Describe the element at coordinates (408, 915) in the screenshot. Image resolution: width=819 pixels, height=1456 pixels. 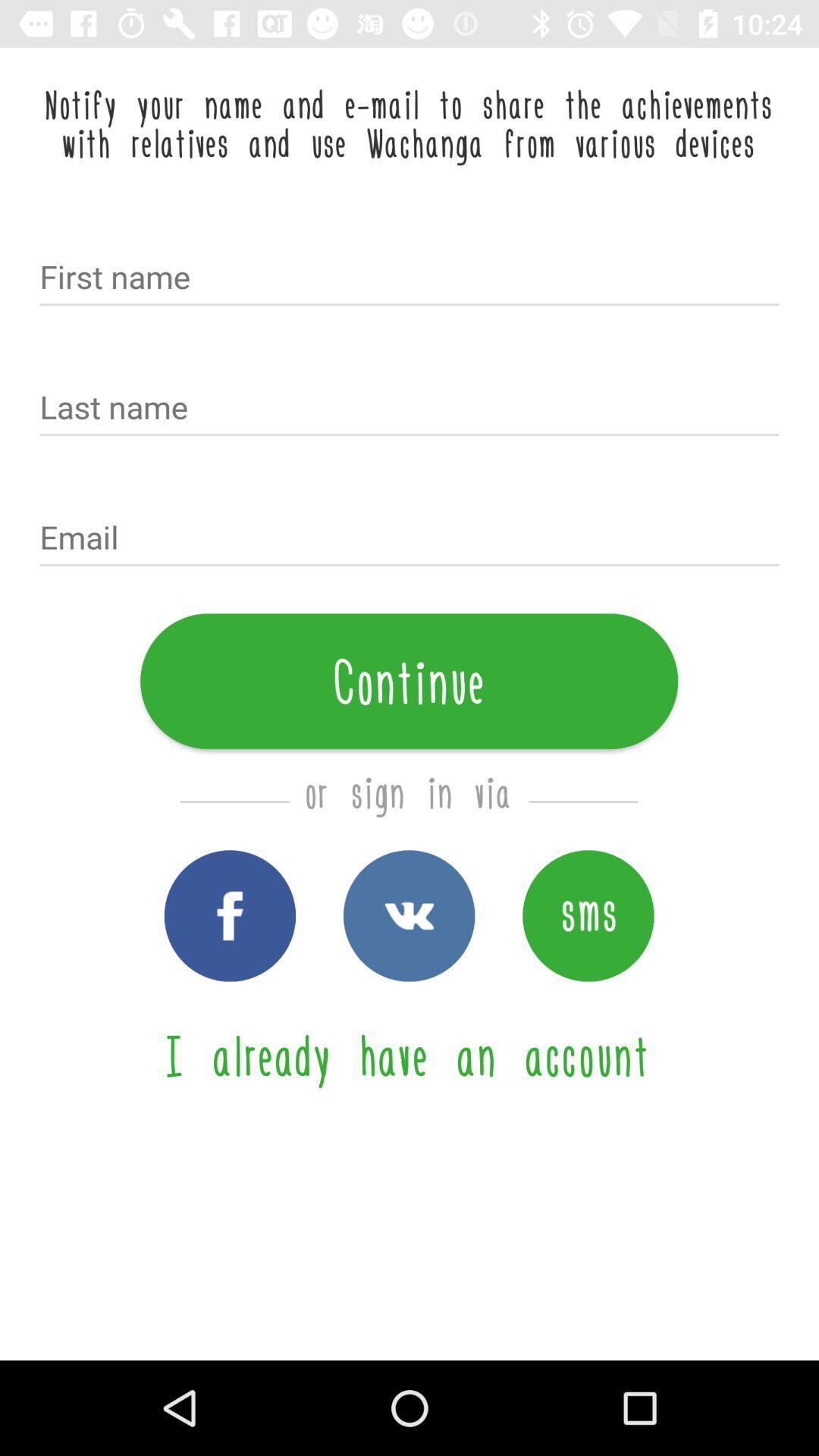
I see `wachanga icon` at that location.